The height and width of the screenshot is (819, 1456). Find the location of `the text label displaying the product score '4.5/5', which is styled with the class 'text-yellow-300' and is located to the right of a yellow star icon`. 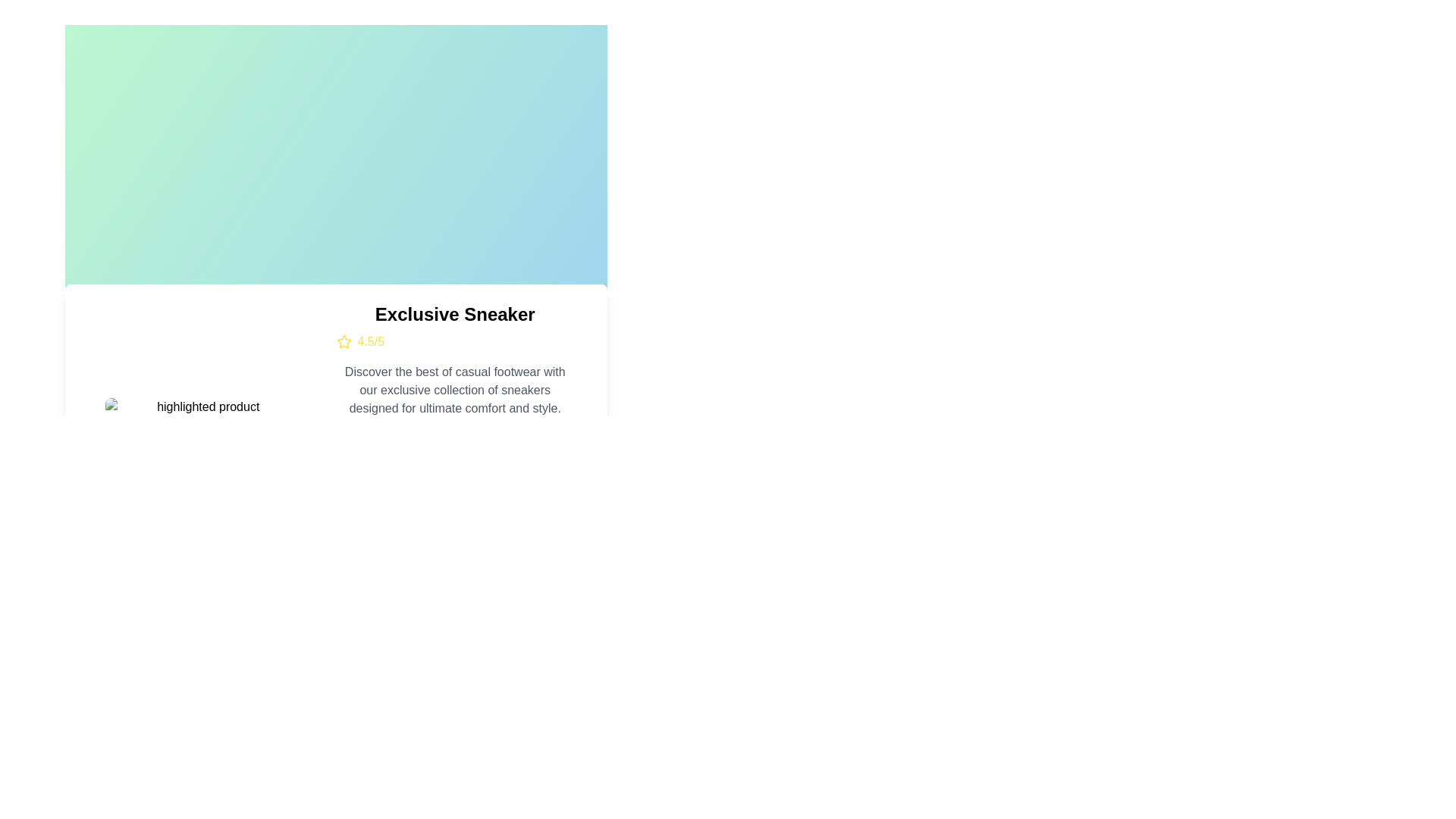

the text label displaying the product score '4.5/5', which is styled with the class 'text-yellow-300' and is located to the right of a yellow star icon is located at coordinates (371, 342).